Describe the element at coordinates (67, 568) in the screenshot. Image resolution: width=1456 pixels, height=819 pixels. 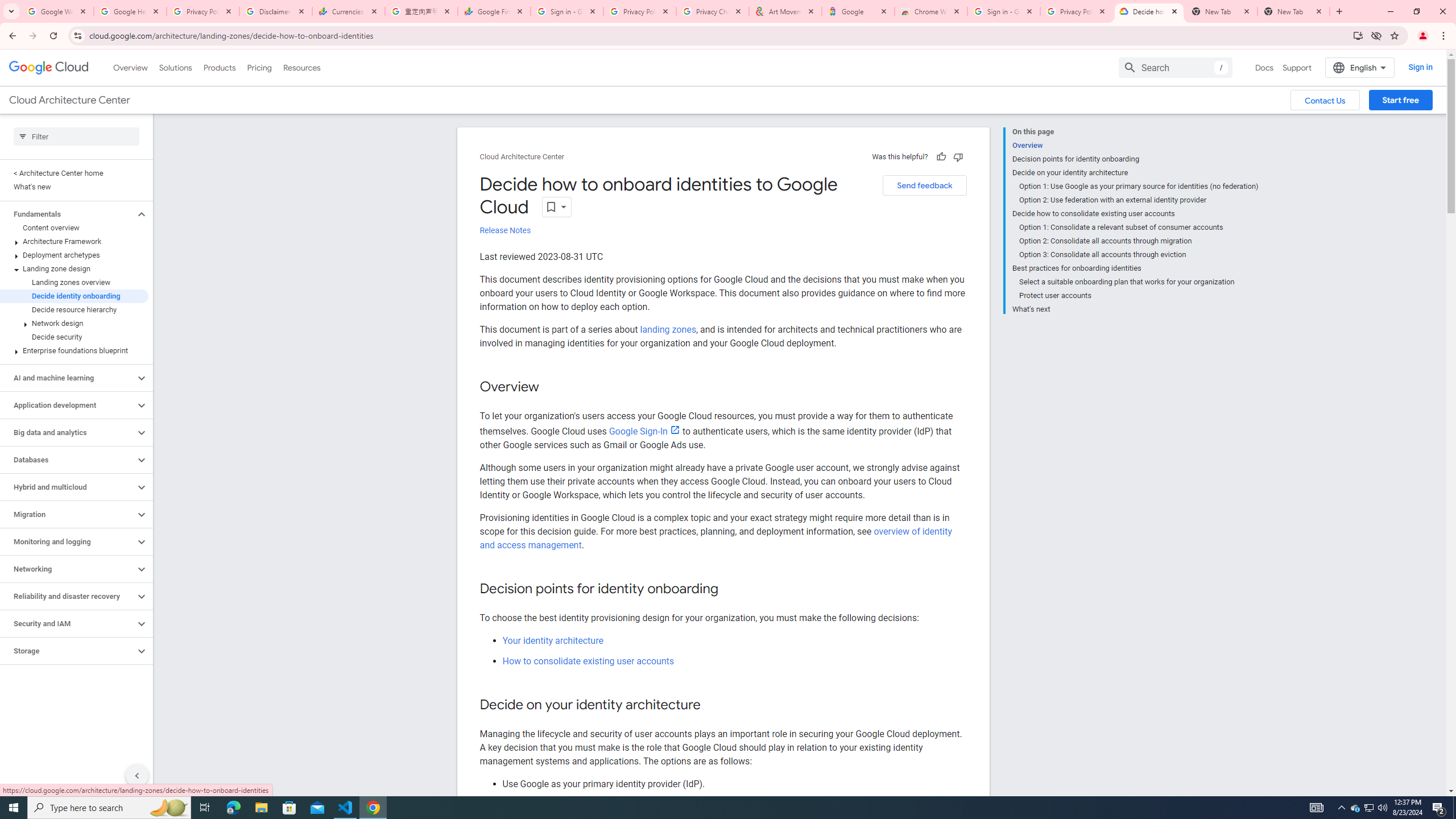
I see `'Networking'` at that location.